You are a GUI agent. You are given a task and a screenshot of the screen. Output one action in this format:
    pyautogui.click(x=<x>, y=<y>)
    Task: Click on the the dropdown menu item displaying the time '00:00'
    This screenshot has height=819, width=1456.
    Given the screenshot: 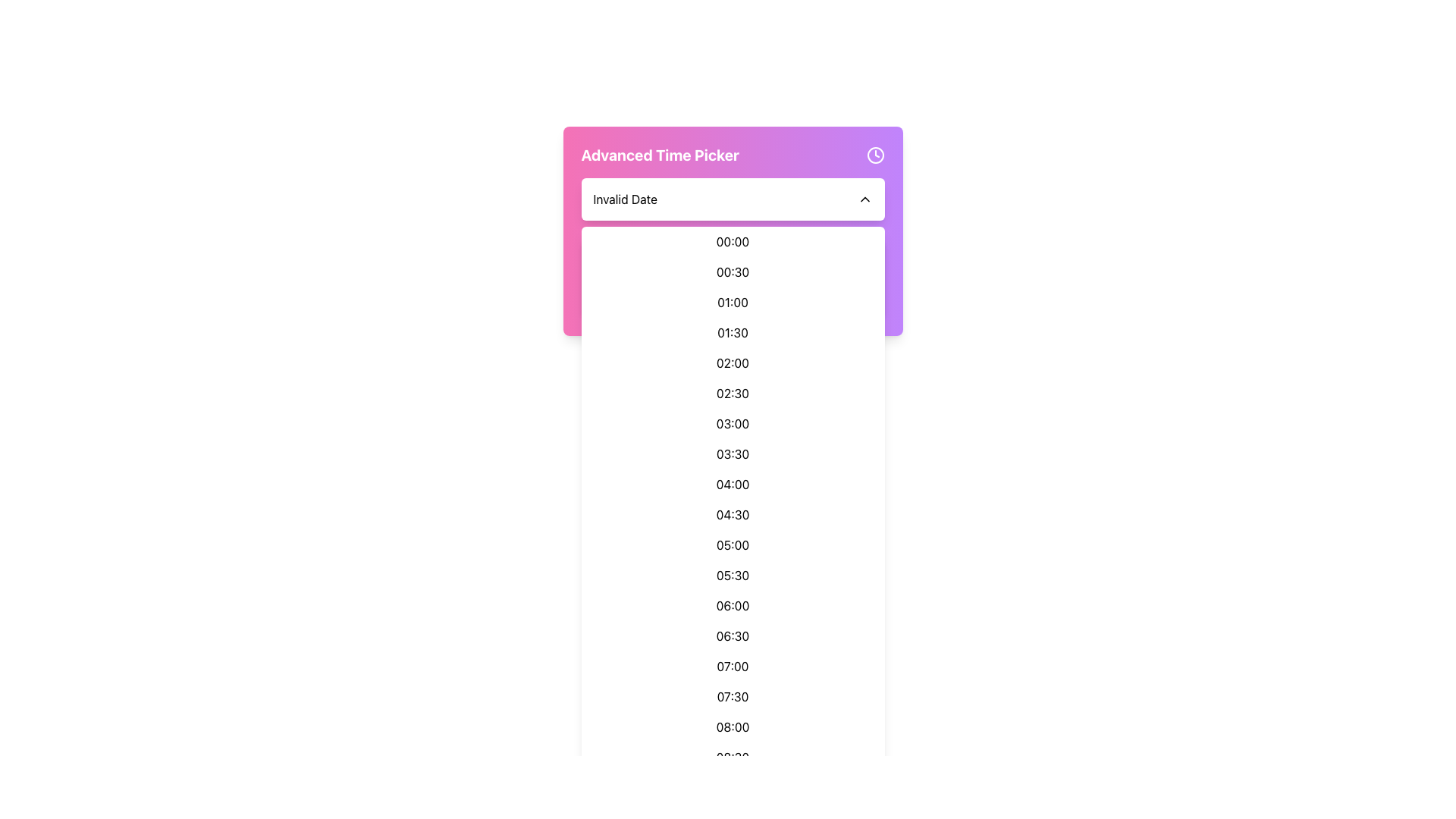 What is the action you would take?
    pyautogui.click(x=733, y=241)
    